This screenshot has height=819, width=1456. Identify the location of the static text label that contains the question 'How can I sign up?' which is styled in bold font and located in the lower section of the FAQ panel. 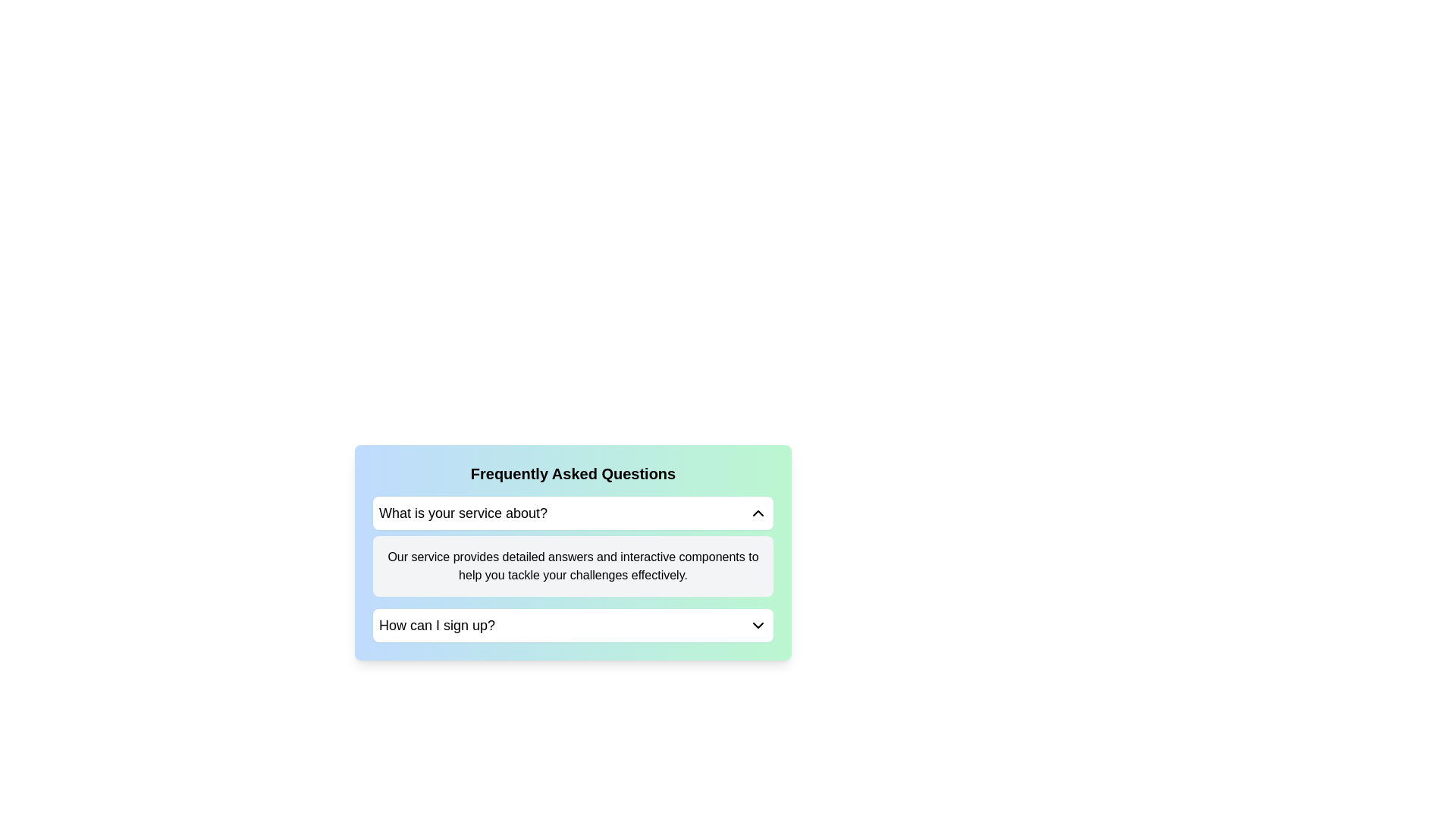
(436, 626).